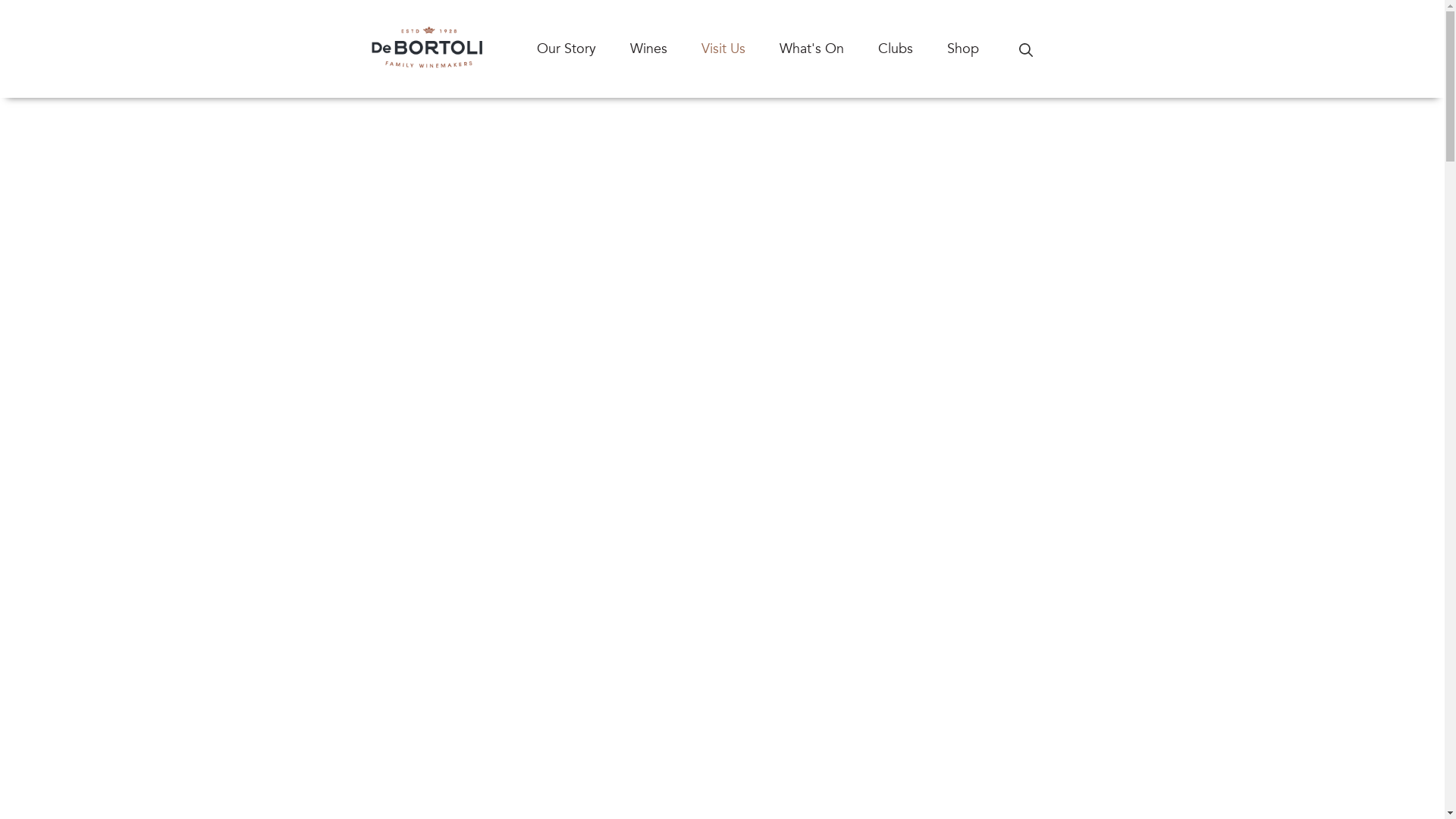 The image size is (1456, 819). What do you see at coordinates (979, 48) in the screenshot?
I see `'Shop'` at bounding box center [979, 48].